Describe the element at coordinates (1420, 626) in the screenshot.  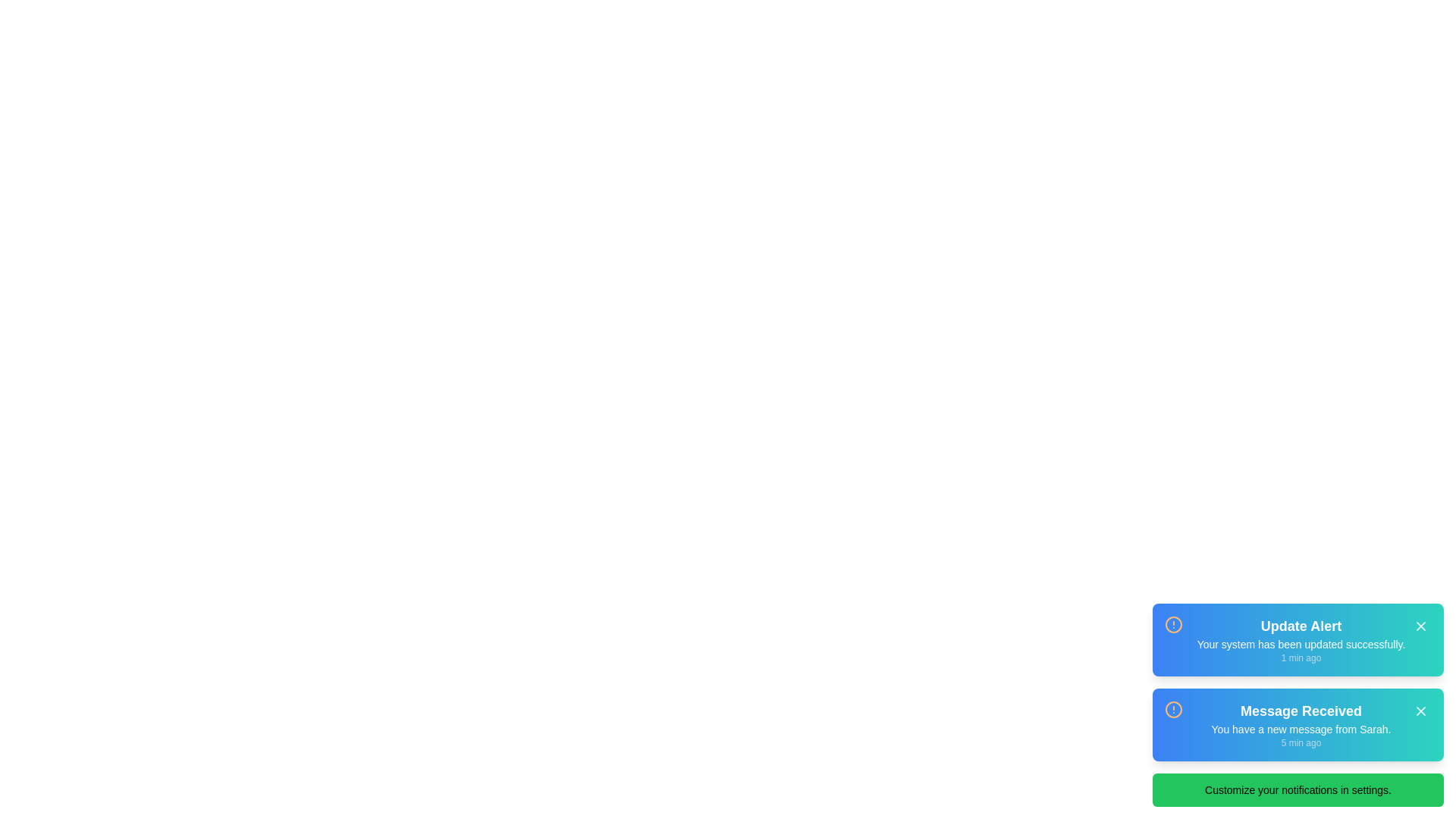
I see `the dismiss button of the first notification` at that location.